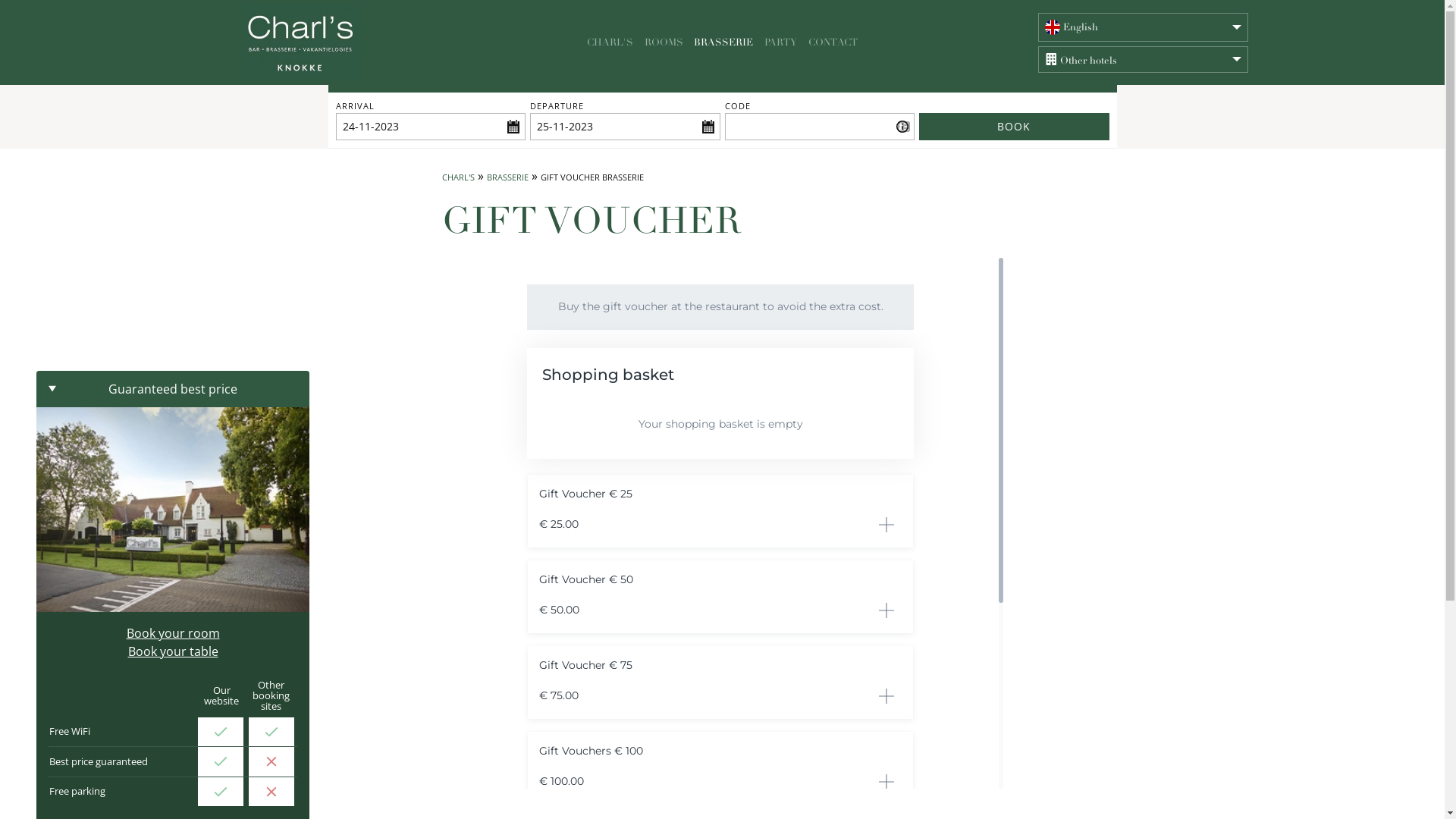 The height and width of the screenshot is (819, 1456). I want to click on 'CONTACT', so click(803, 42).